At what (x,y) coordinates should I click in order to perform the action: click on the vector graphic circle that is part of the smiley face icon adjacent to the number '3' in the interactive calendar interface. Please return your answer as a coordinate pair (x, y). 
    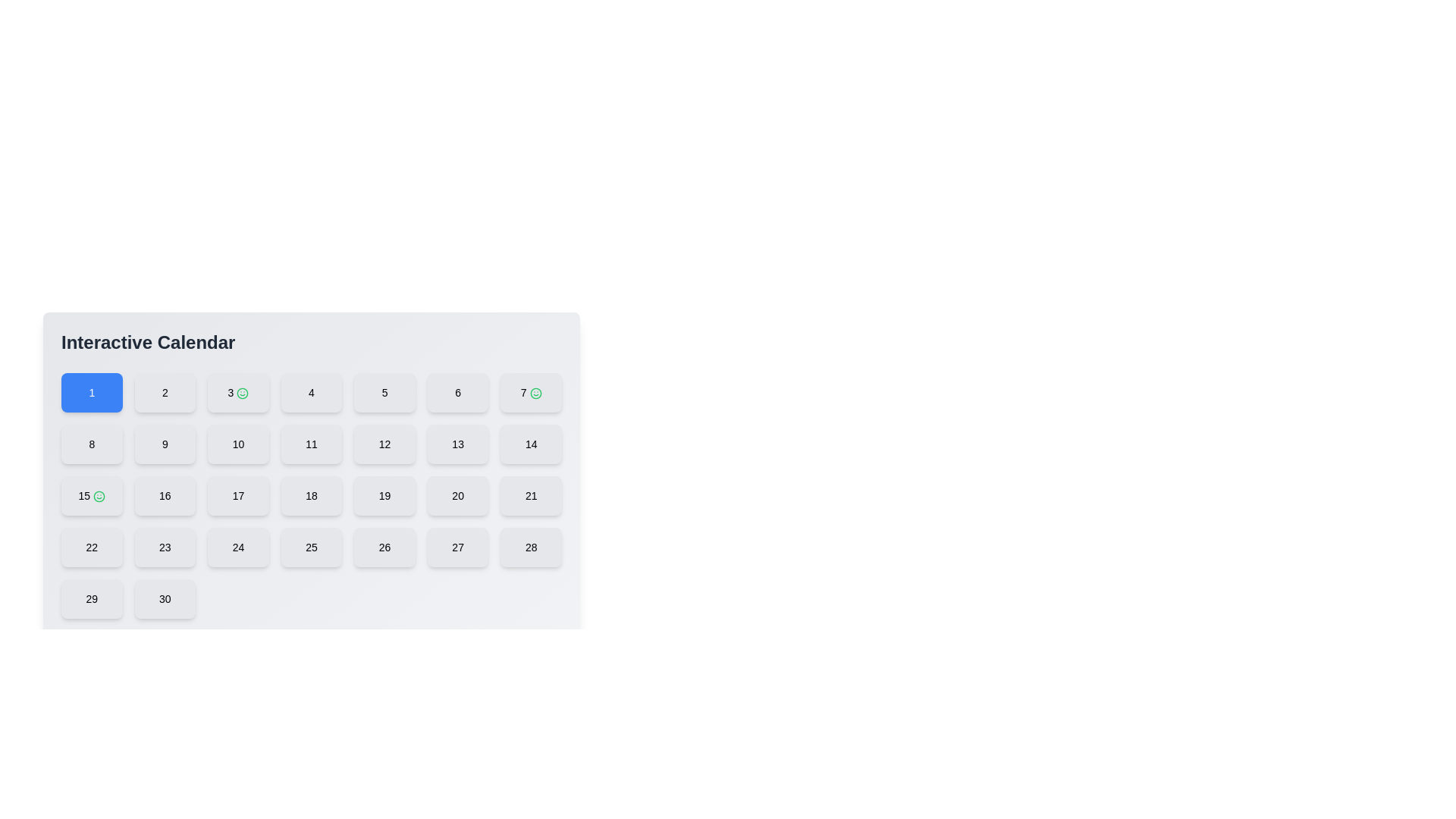
    Looking at the image, I should click on (99, 497).